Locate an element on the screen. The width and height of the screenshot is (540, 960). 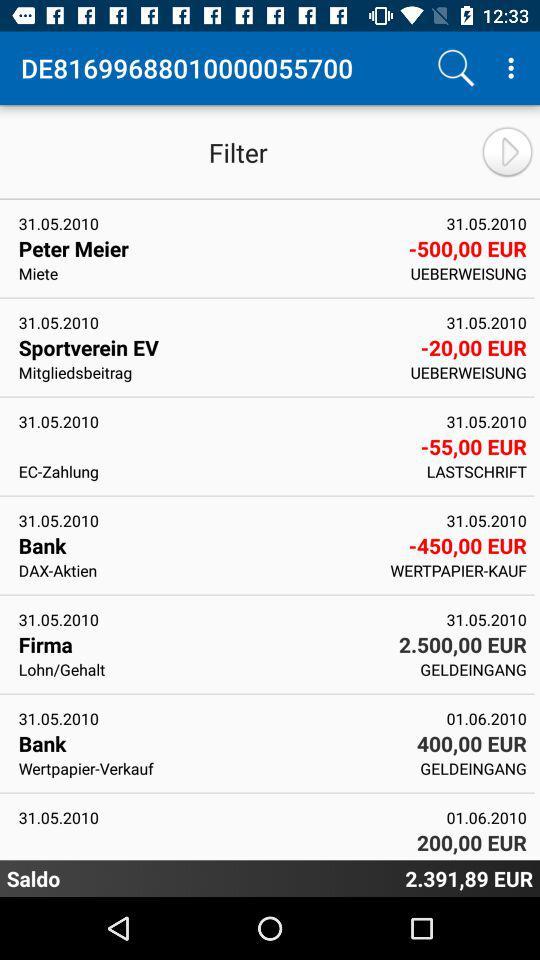
the app below the peter meier is located at coordinates (207, 272).